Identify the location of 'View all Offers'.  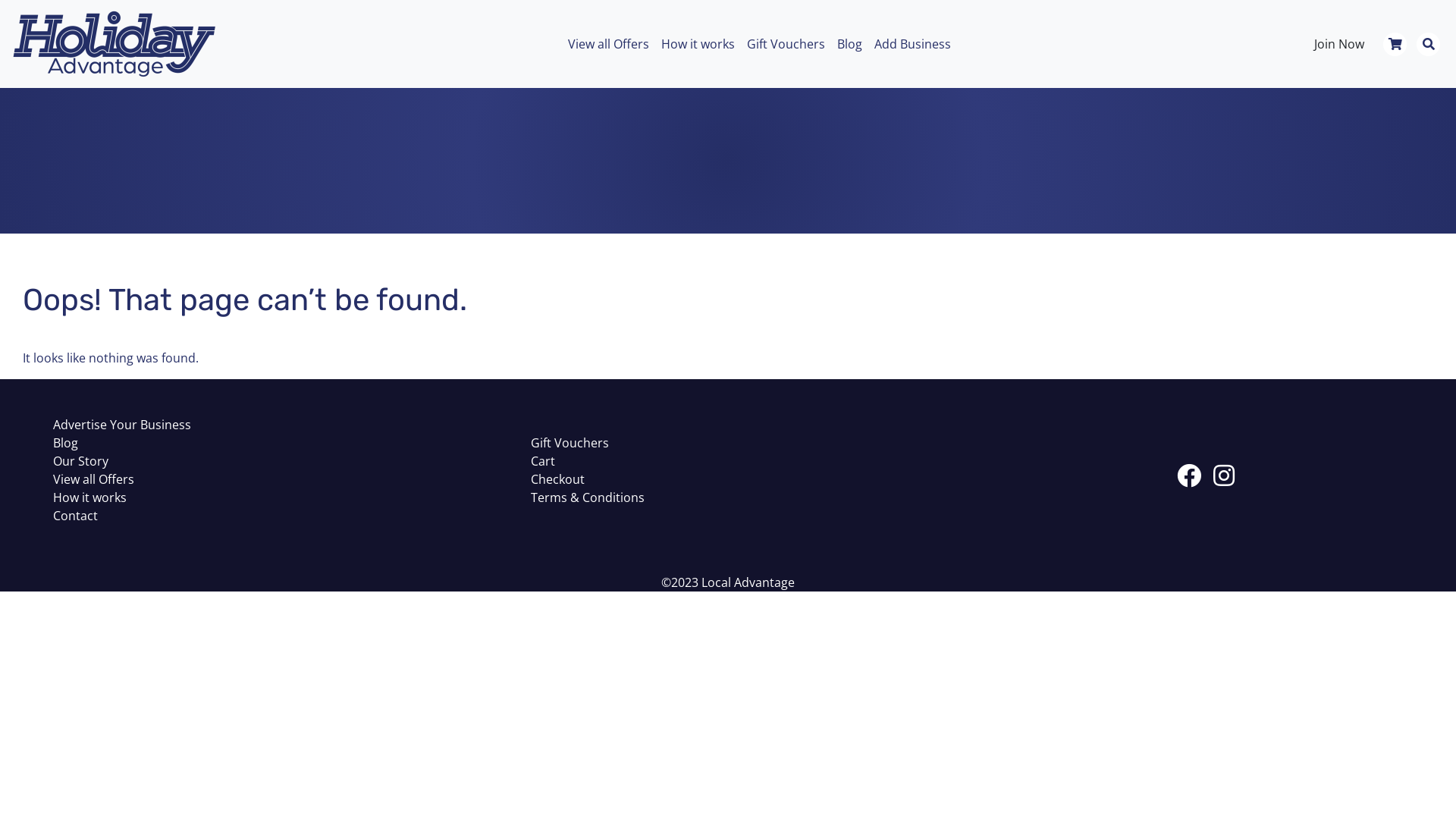
(93, 479).